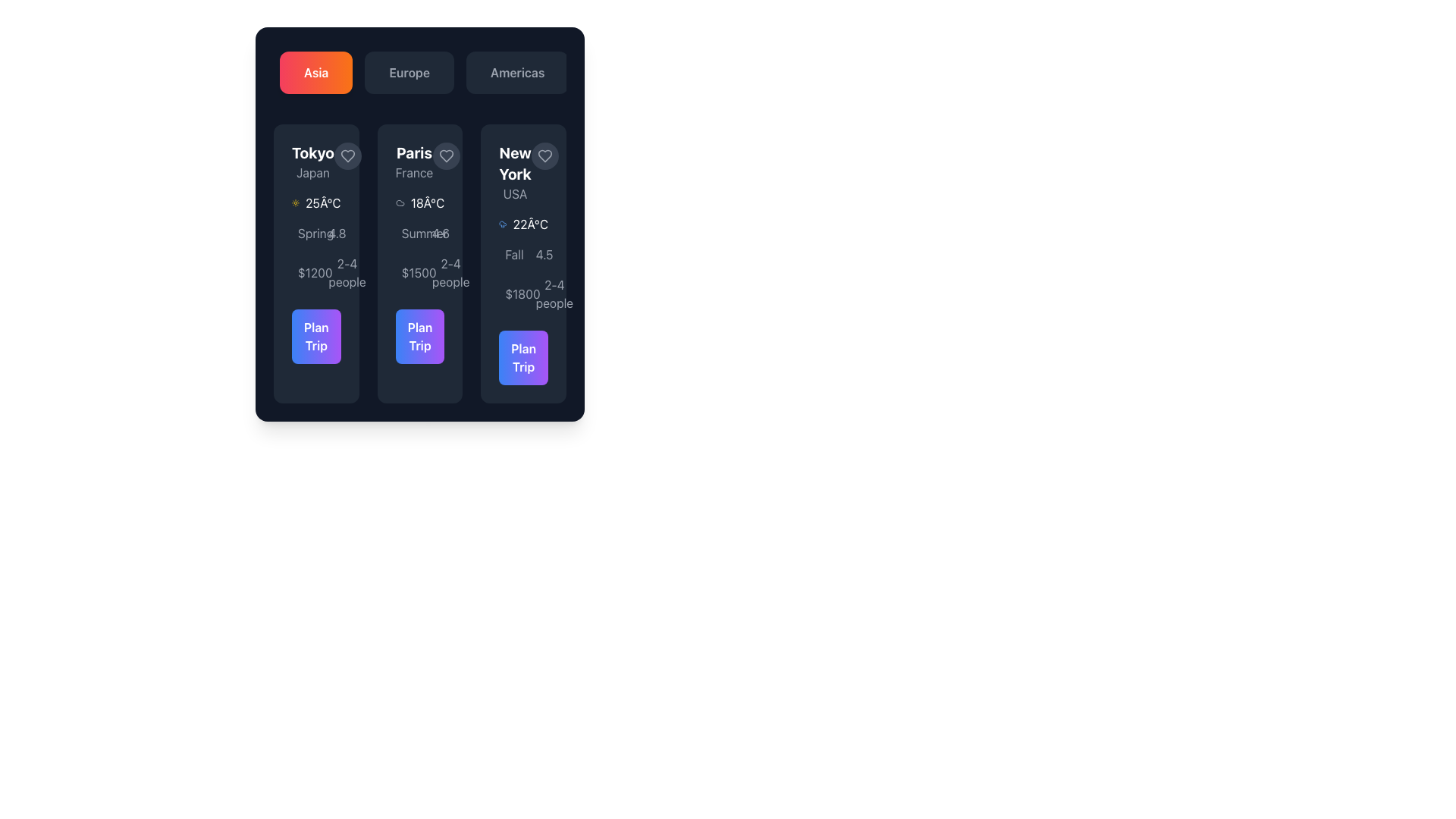  I want to click on the Text label located in the top-left corner of the first column, which precedes the word 'Japan', so click(312, 152).